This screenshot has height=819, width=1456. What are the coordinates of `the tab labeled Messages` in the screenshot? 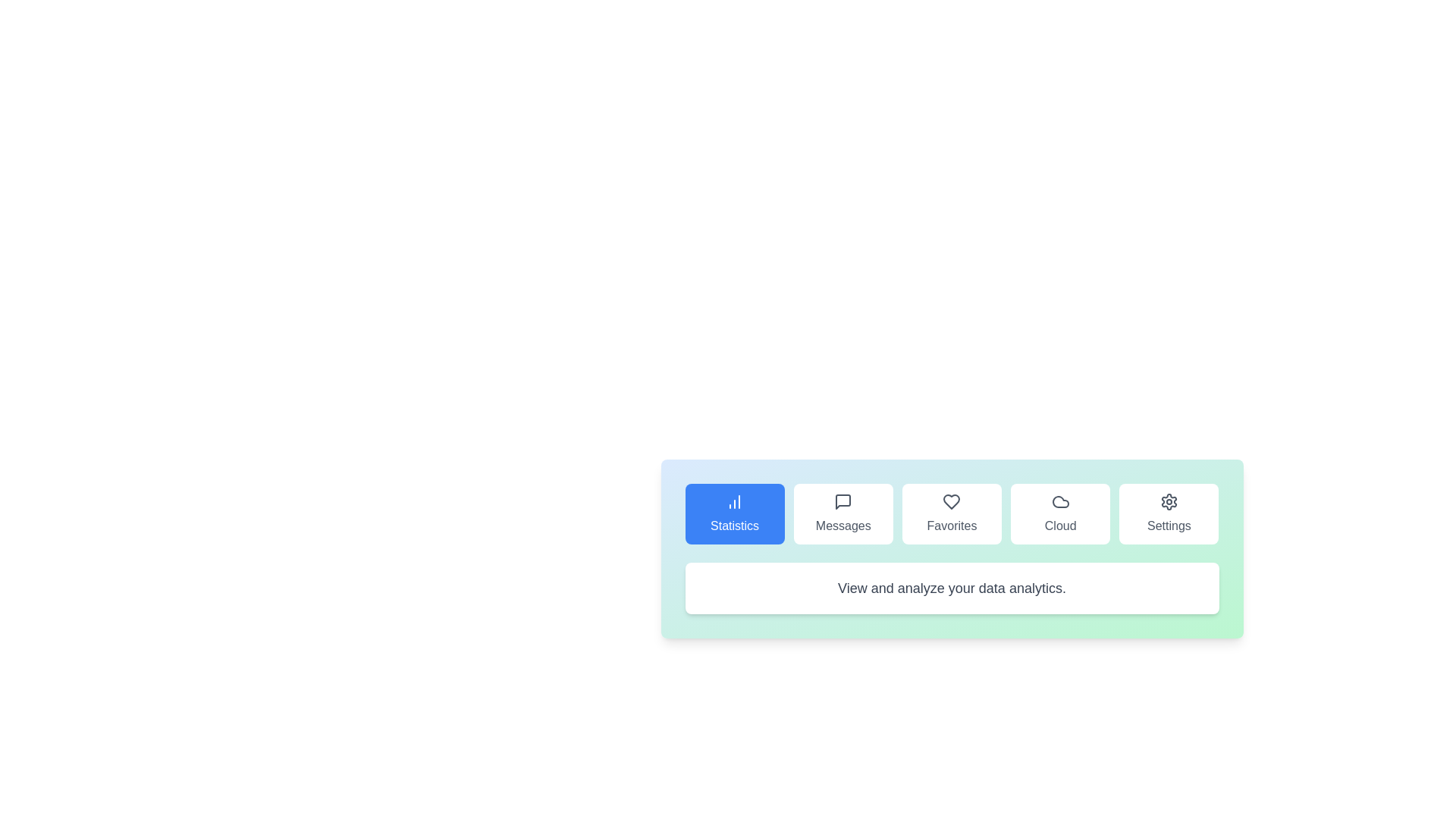 It's located at (843, 513).